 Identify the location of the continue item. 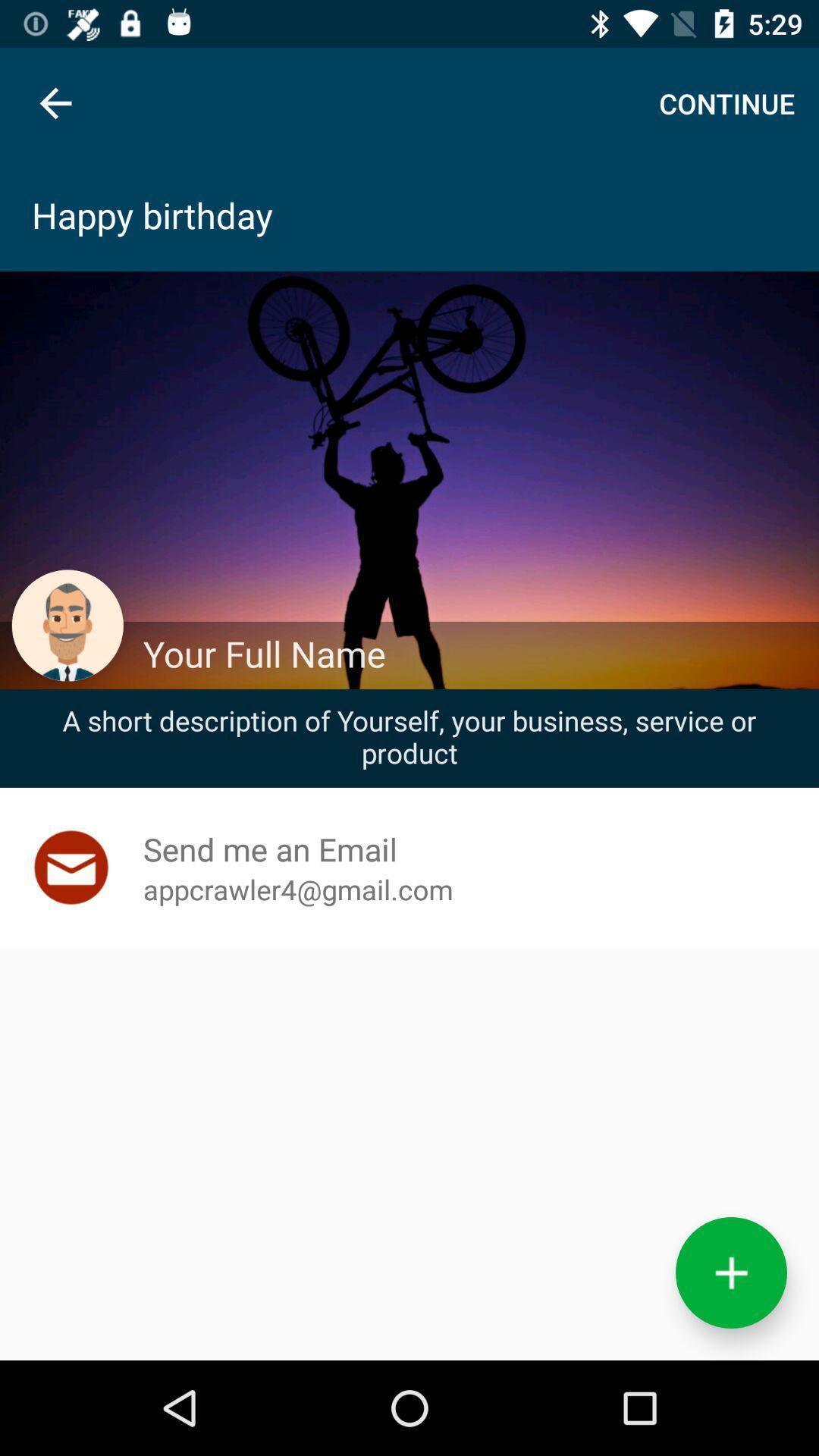
(726, 102).